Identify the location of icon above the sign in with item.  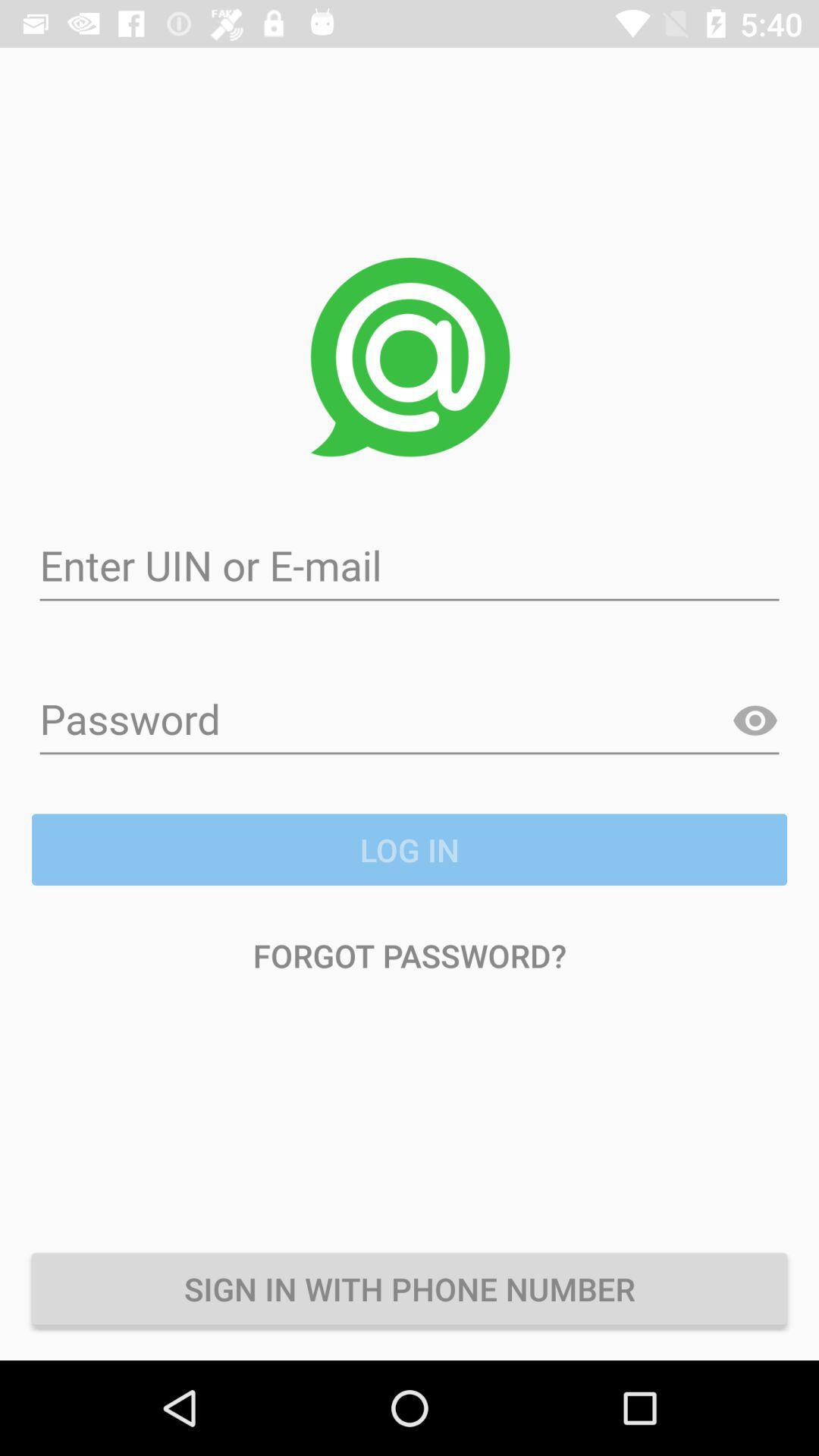
(409, 954).